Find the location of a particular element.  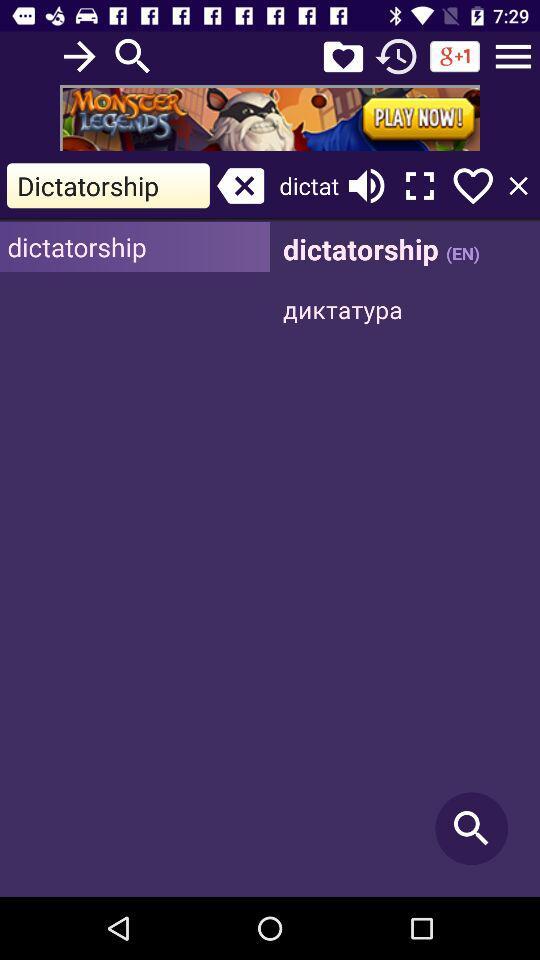

the favorite icon is located at coordinates (472, 185).